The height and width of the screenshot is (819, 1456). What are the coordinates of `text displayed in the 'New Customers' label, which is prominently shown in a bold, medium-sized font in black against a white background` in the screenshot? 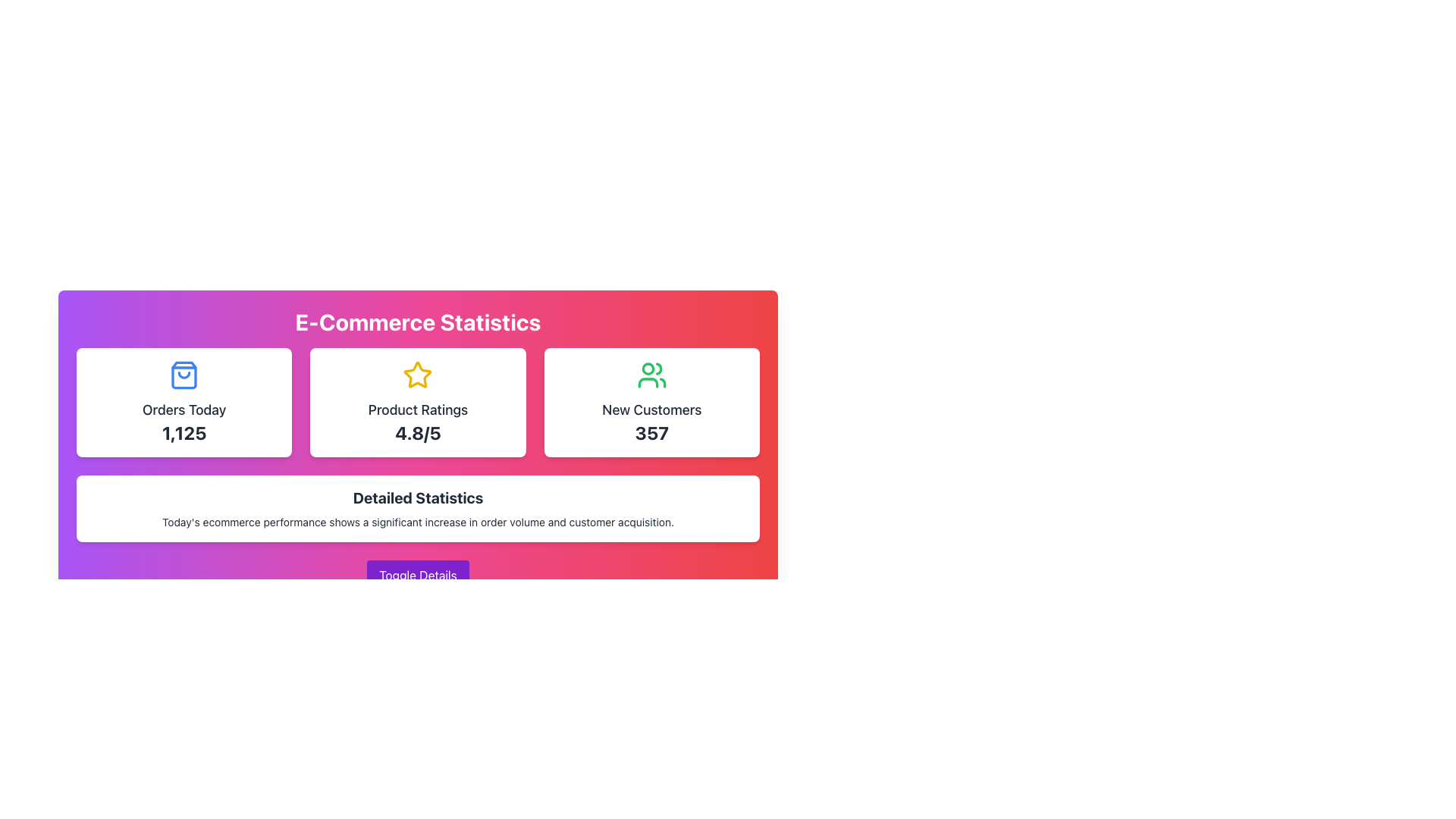 It's located at (651, 409).